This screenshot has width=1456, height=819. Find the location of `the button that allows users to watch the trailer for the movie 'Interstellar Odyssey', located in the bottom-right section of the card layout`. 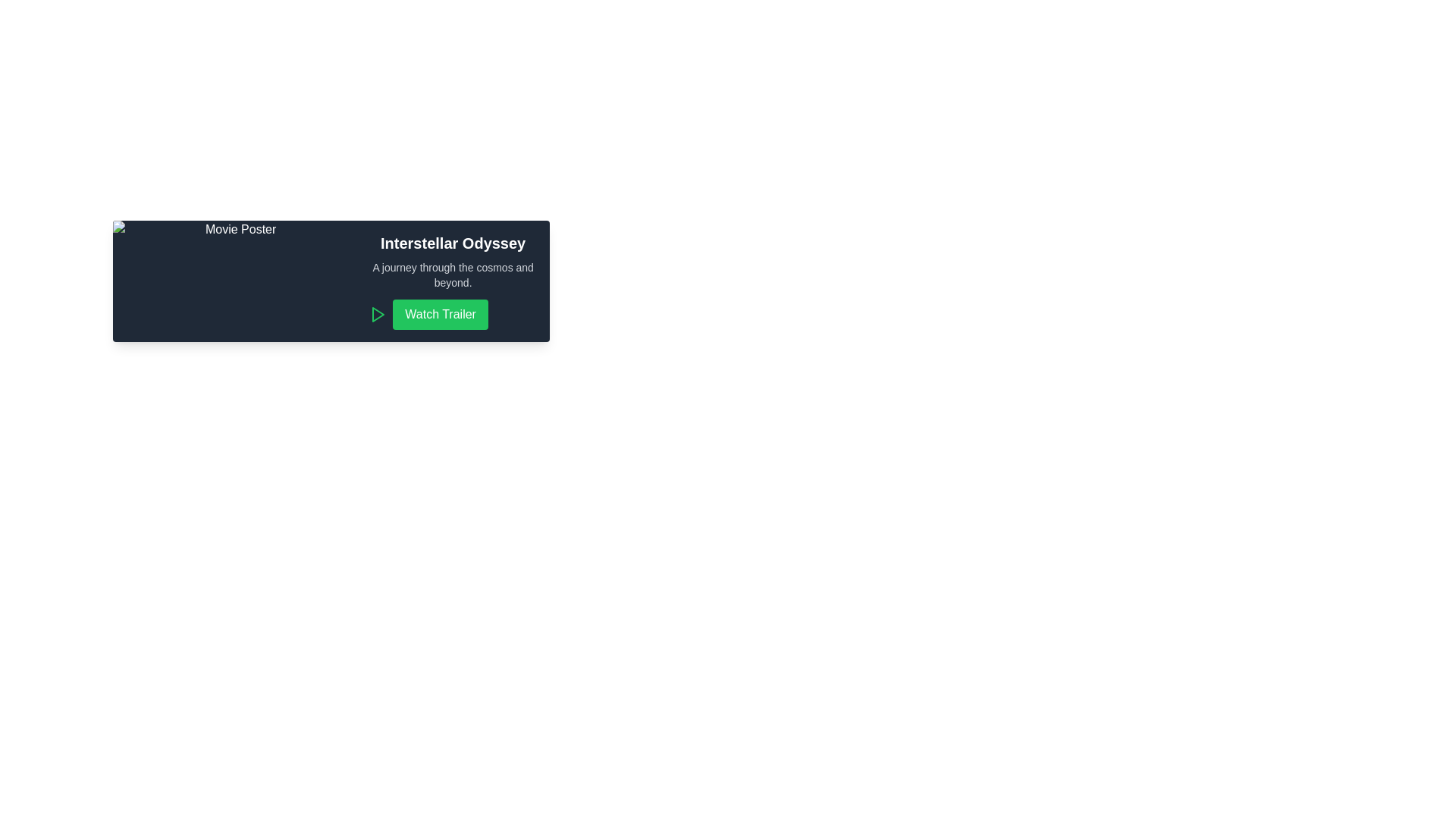

the button that allows users to watch the trailer for the movie 'Interstellar Odyssey', located in the bottom-right section of the card layout is located at coordinates (440, 314).